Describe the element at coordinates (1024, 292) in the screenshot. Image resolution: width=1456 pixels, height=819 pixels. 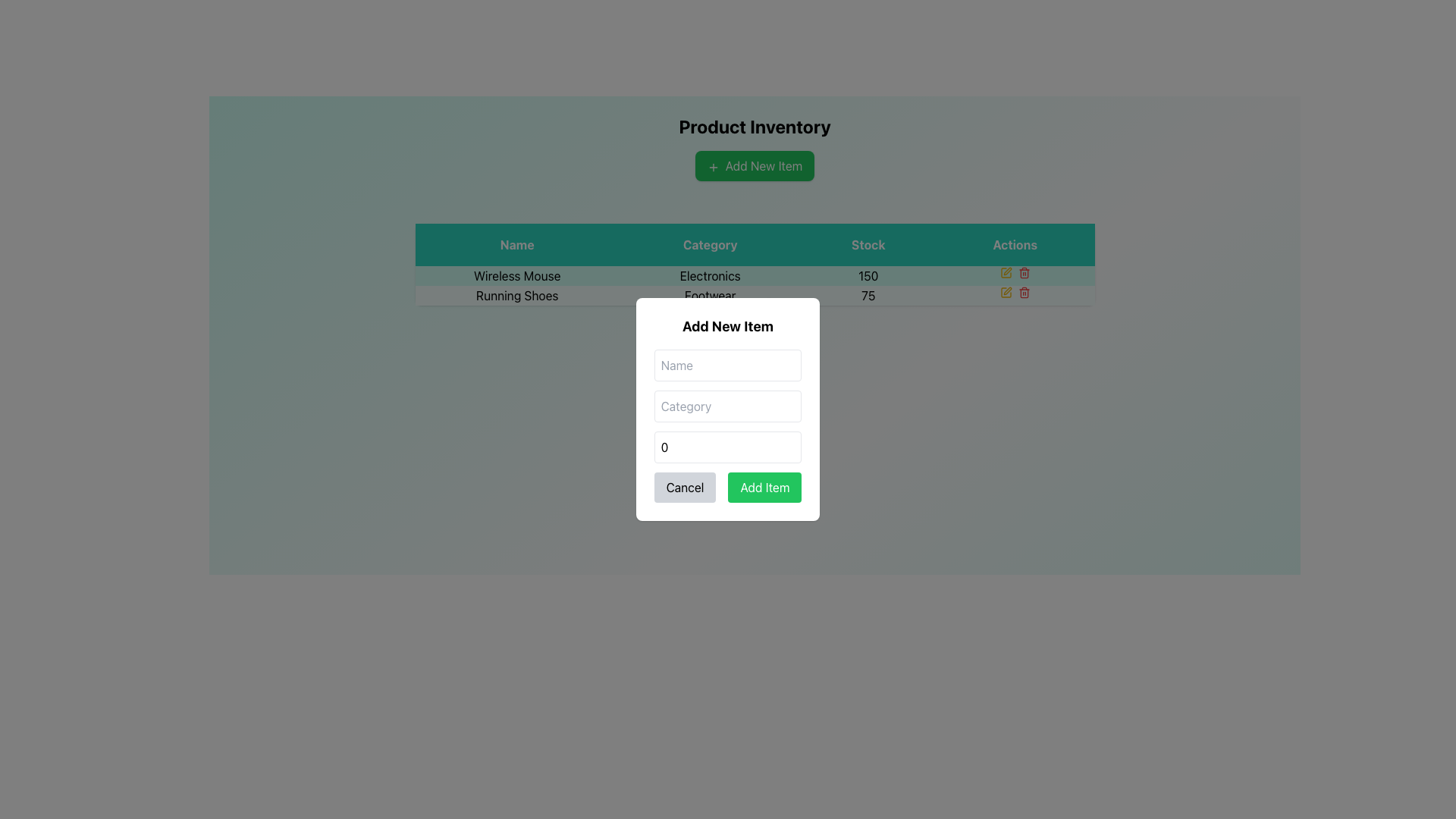
I see `the trash icon button in the 'Actions' column of the second row` at that location.